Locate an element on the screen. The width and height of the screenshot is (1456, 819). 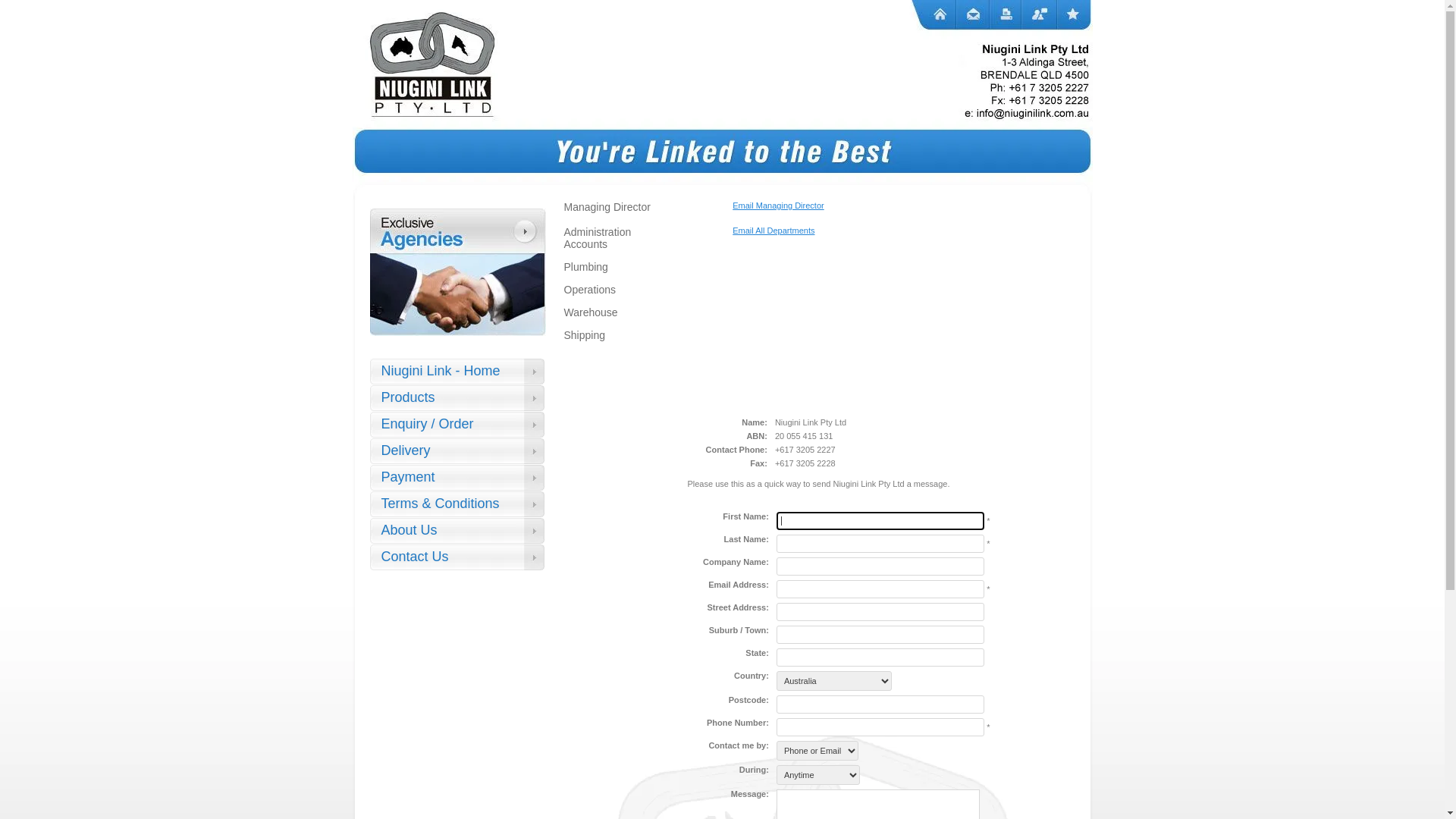
'Terms & Conditions' is located at coordinates (457, 504).